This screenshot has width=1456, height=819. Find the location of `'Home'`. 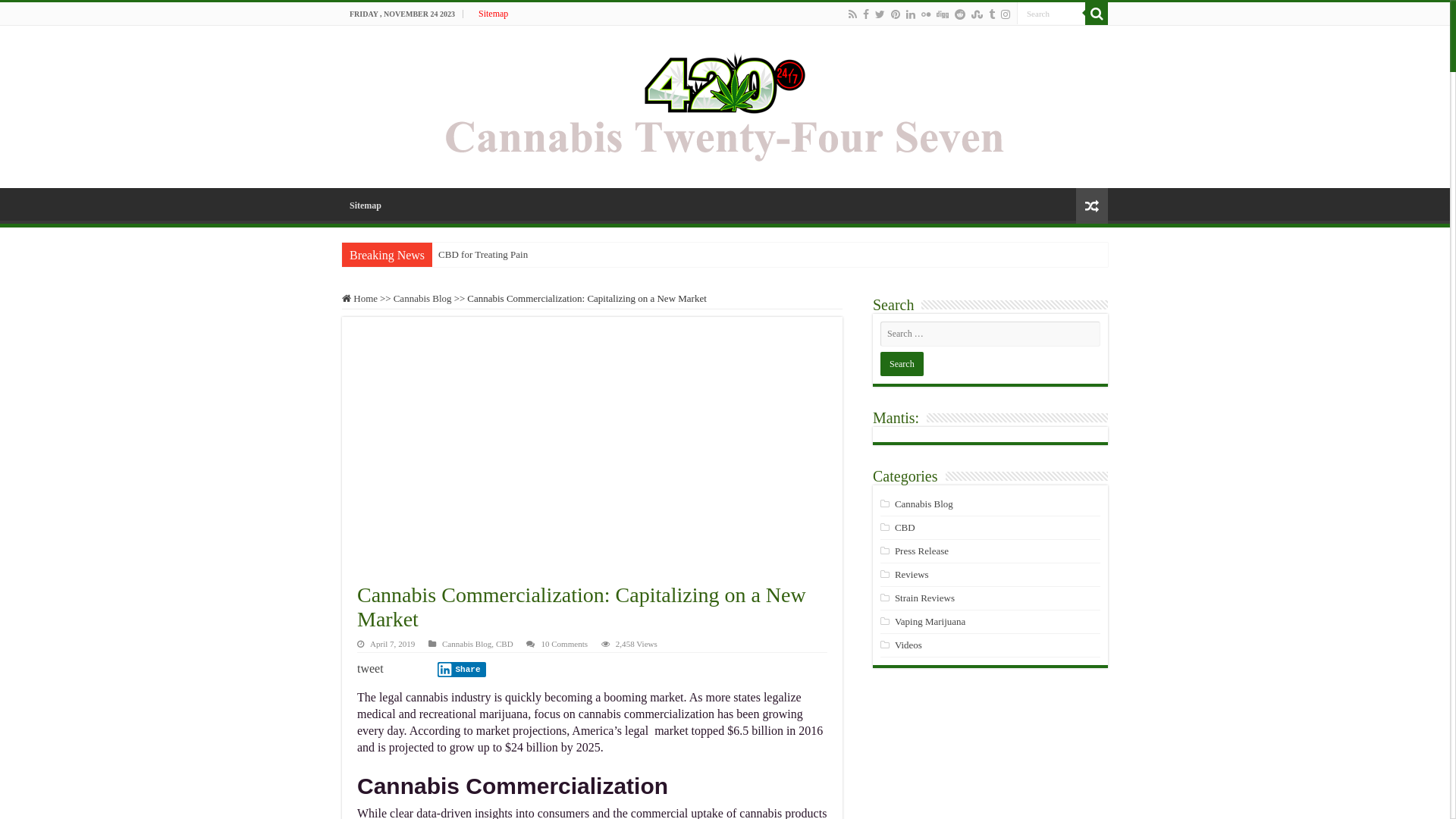

'Home' is located at coordinates (359, 298).